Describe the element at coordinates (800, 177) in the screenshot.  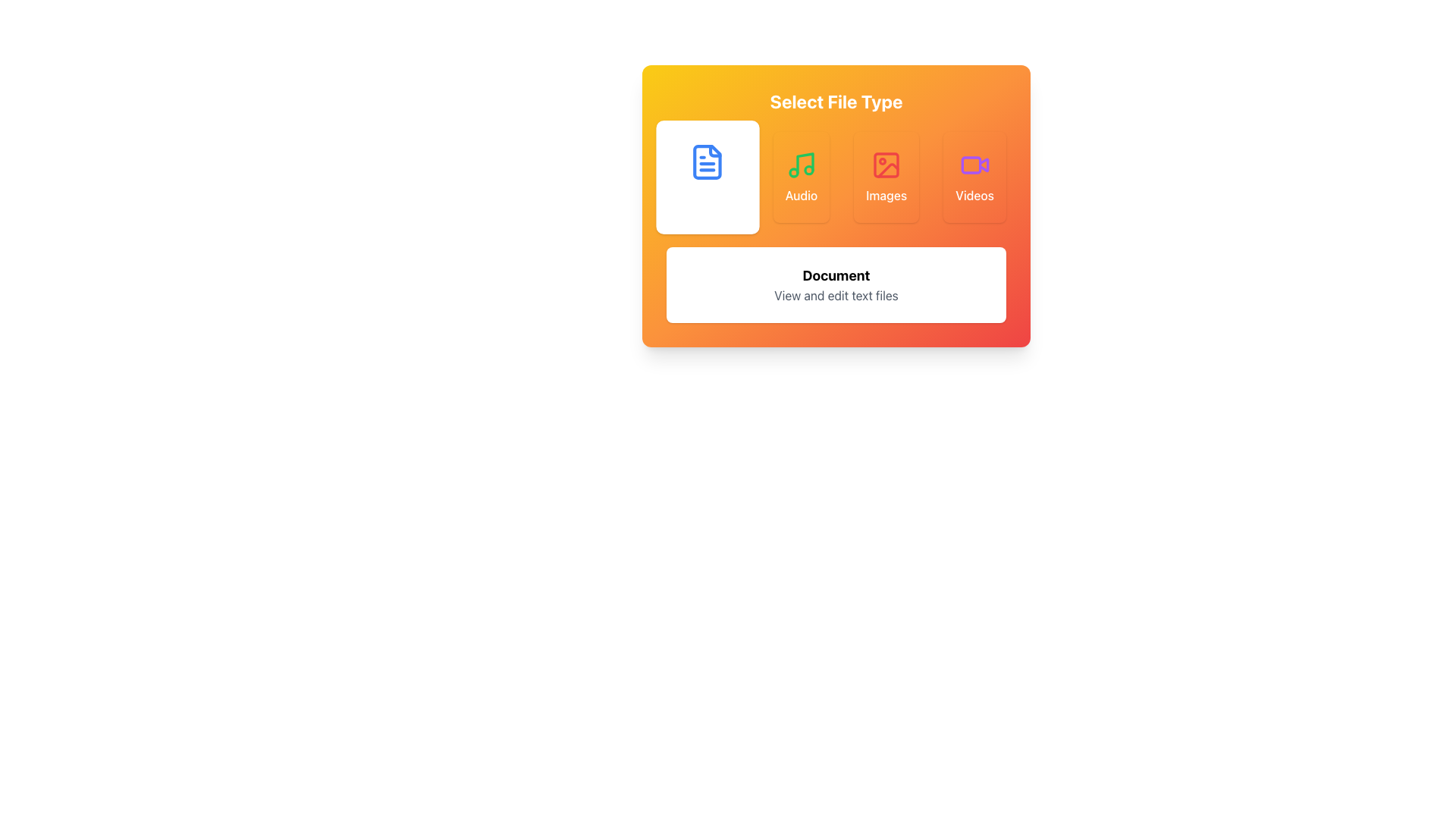
I see `the 'Audio' file type preference button, which is the second button from the left in a horizontal row of four buttons, located between the 'Document' and 'Images' buttons` at that location.